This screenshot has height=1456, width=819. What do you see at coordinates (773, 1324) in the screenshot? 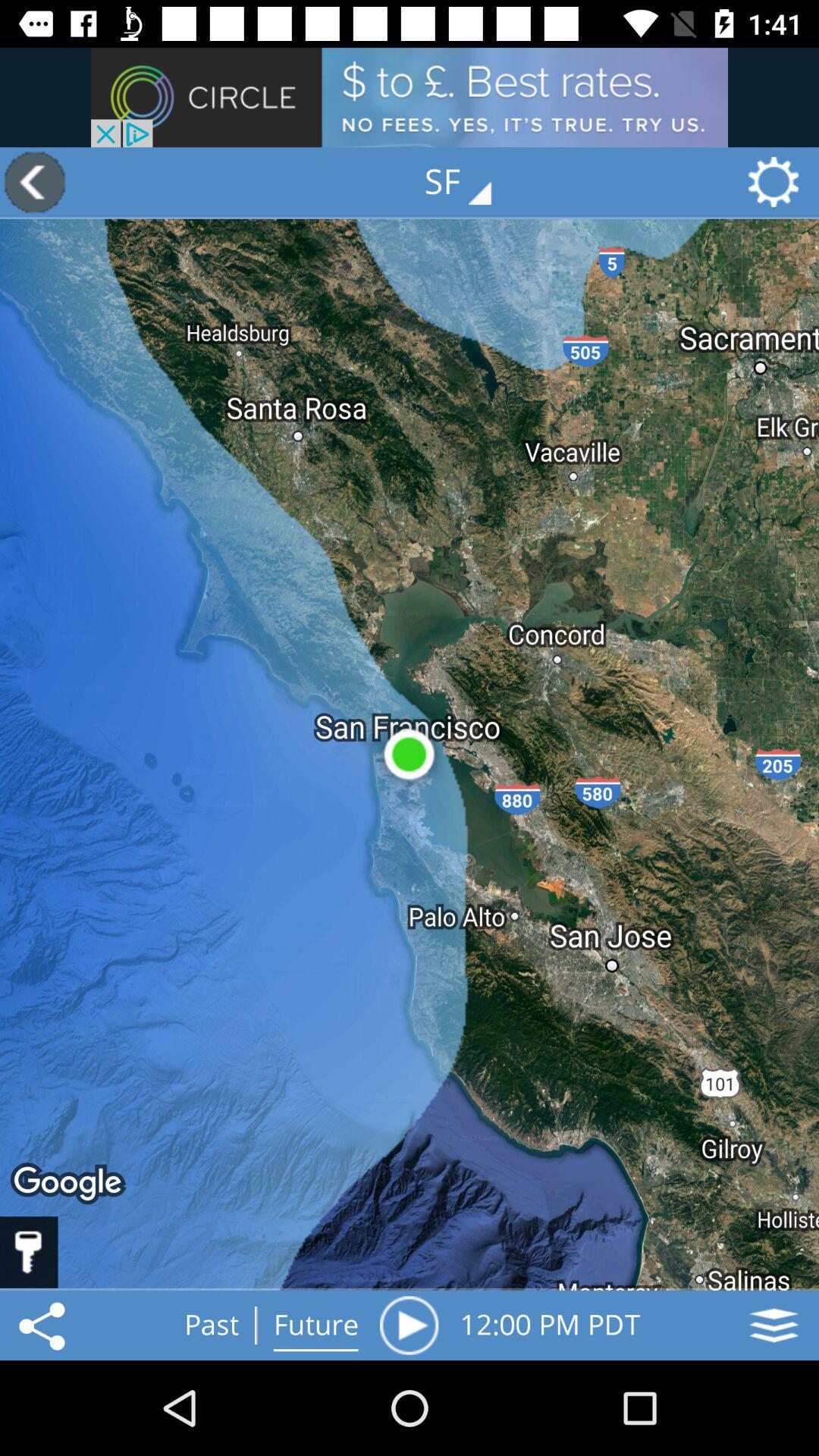
I see `the layers icon` at bounding box center [773, 1324].